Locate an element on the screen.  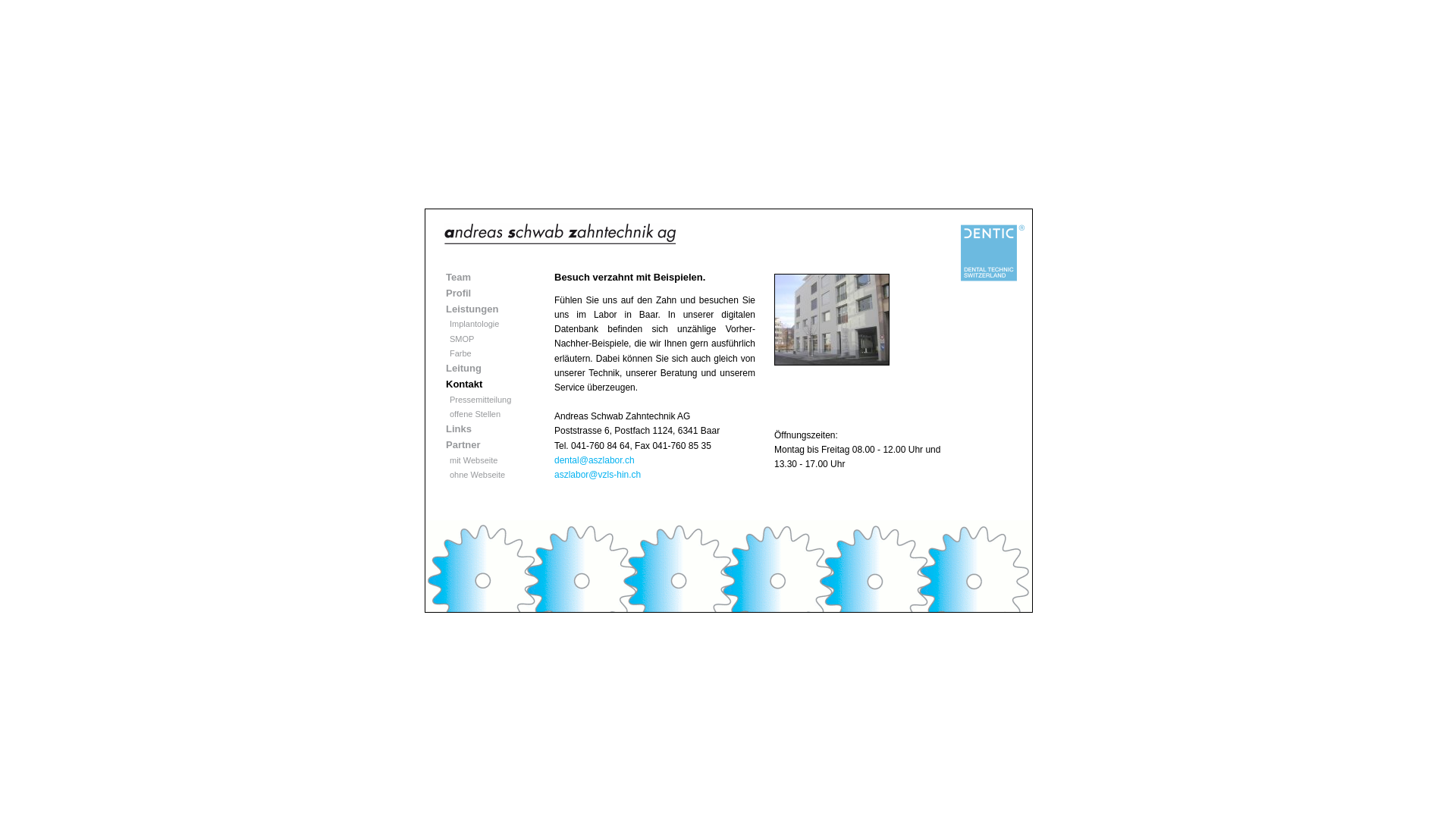
'Farbe' is located at coordinates (460, 353).